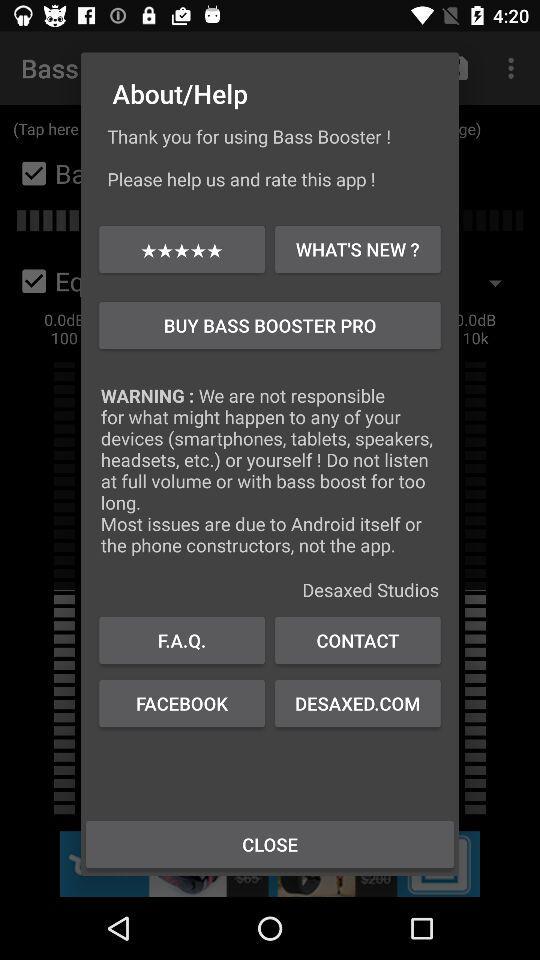 This screenshot has width=540, height=960. I want to click on icon to the right of the f.a.q., so click(356, 639).